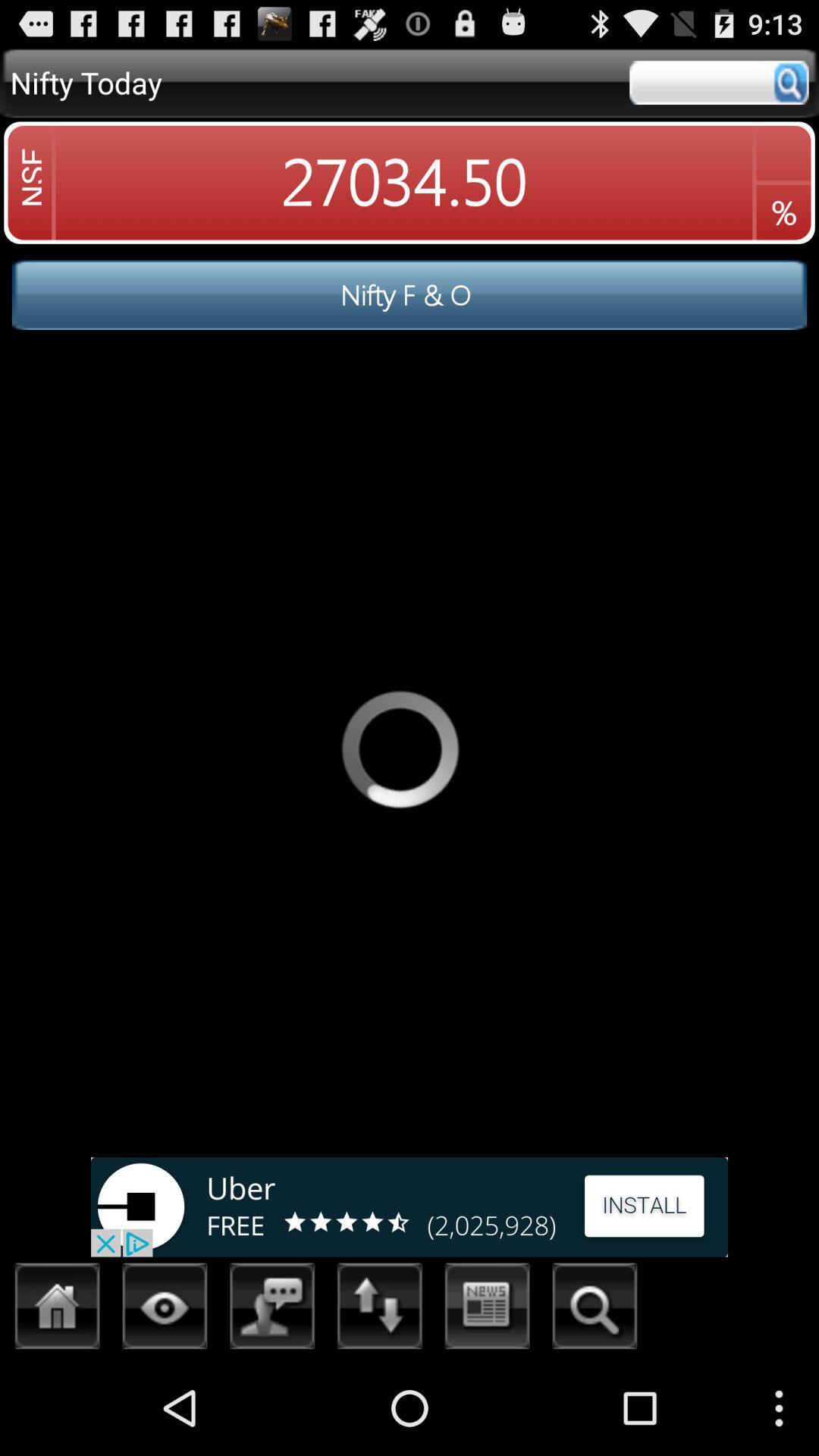  Describe the element at coordinates (271, 1310) in the screenshot. I see `message` at that location.